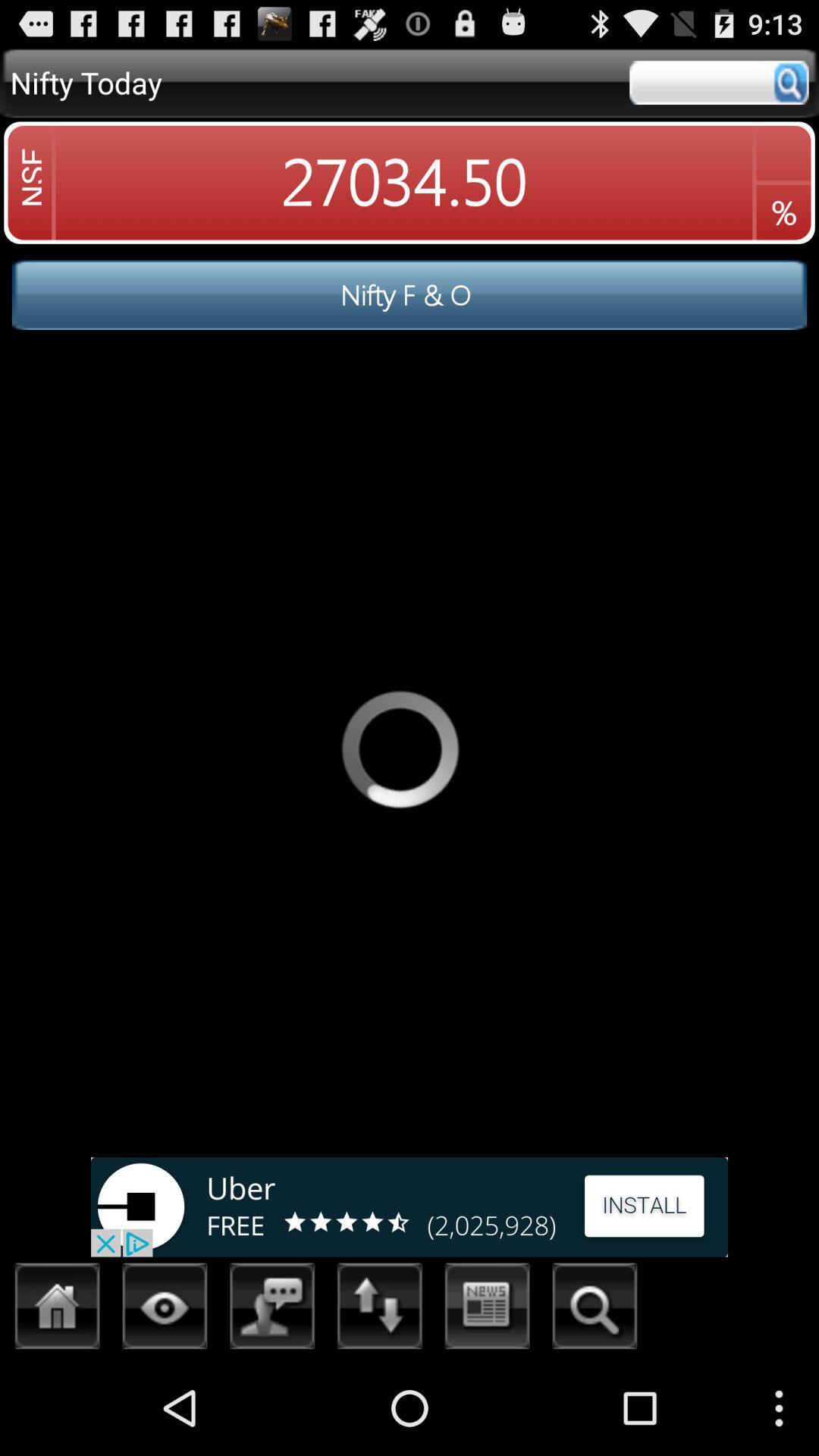  Describe the element at coordinates (271, 1310) in the screenshot. I see `message` at that location.